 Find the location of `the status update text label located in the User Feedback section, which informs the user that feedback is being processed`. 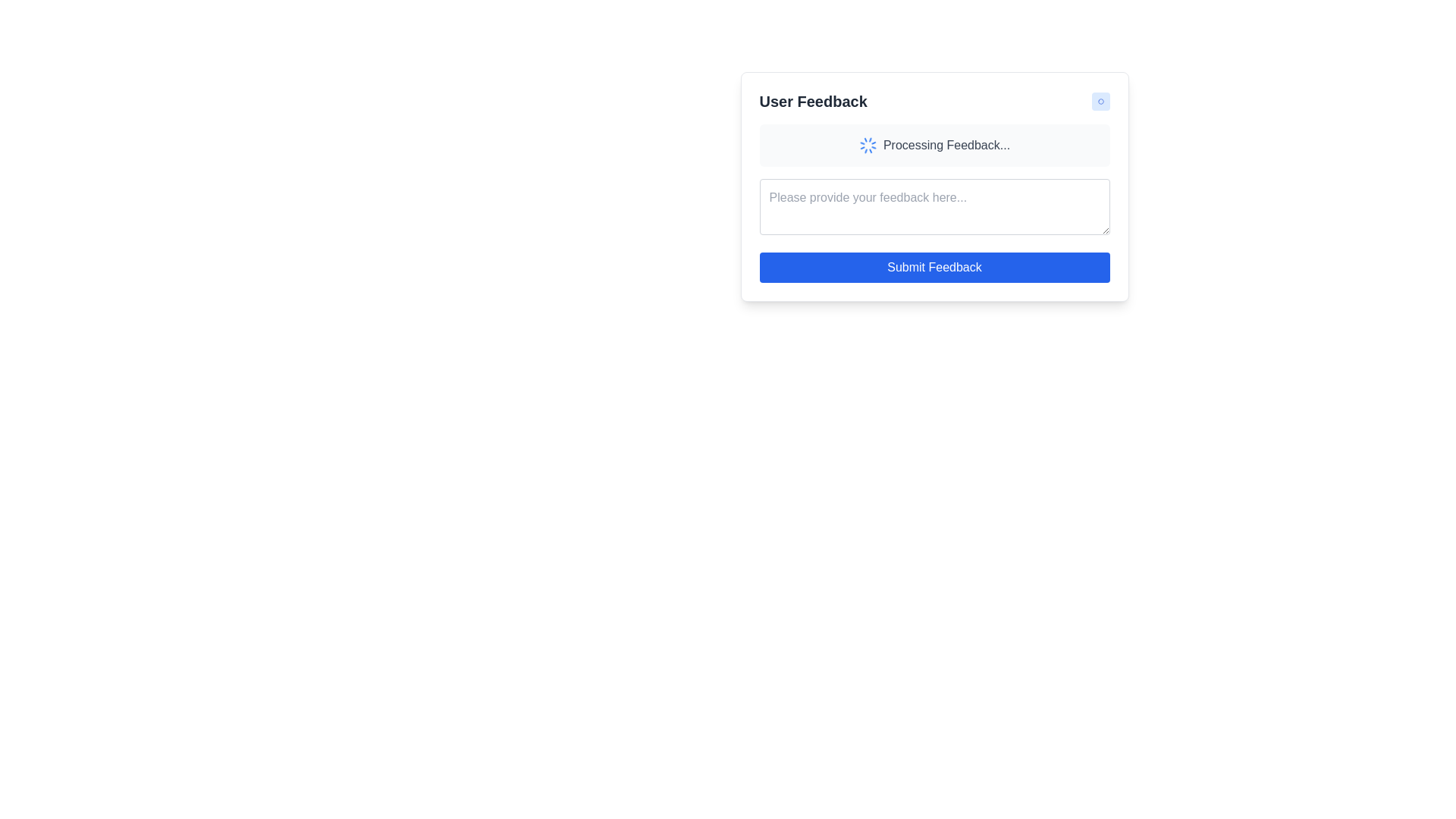

the status update text label located in the User Feedback section, which informs the user that feedback is being processed is located at coordinates (946, 146).